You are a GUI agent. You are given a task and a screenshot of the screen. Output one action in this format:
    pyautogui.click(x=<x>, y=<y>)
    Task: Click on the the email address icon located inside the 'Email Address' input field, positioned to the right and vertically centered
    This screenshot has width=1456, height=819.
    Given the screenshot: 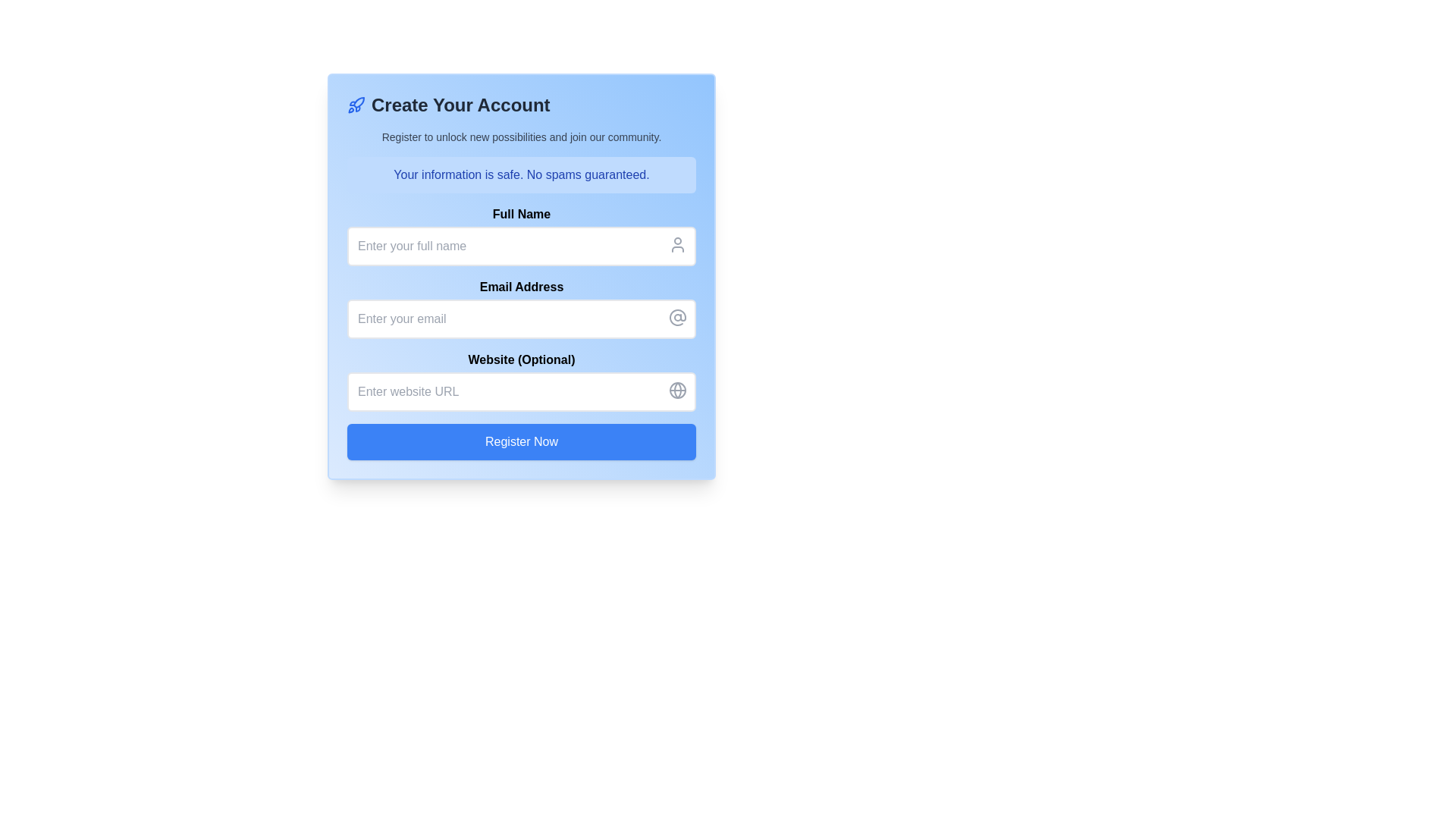 What is the action you would take?
    pyautogui.click(x=676, y=317)
    